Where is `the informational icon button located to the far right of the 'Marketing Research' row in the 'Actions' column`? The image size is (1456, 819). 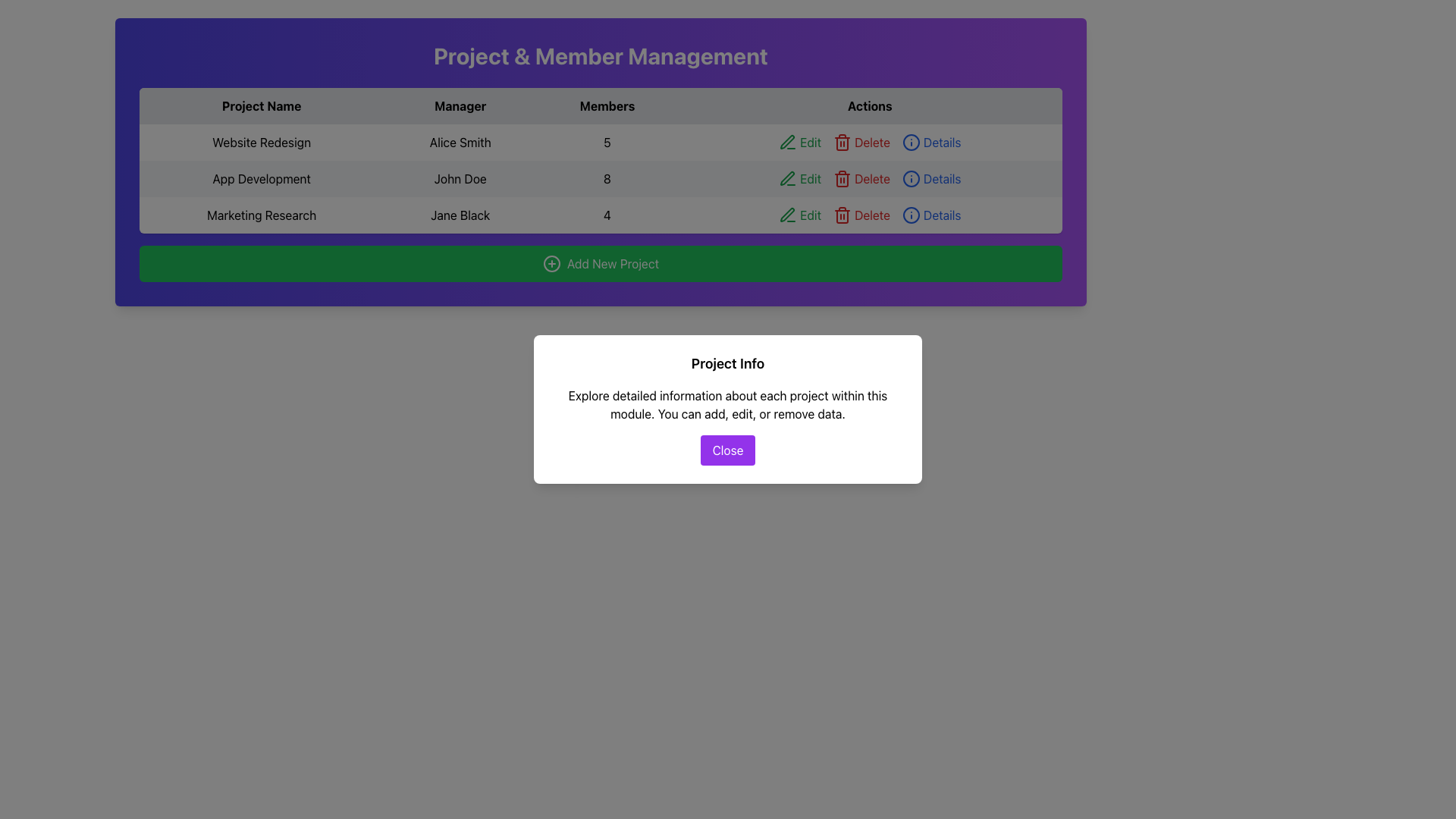
the informational icon button located to the far right of the 'Marketing Research' row in the 'Actions' column is located at coordinates (910, 215).